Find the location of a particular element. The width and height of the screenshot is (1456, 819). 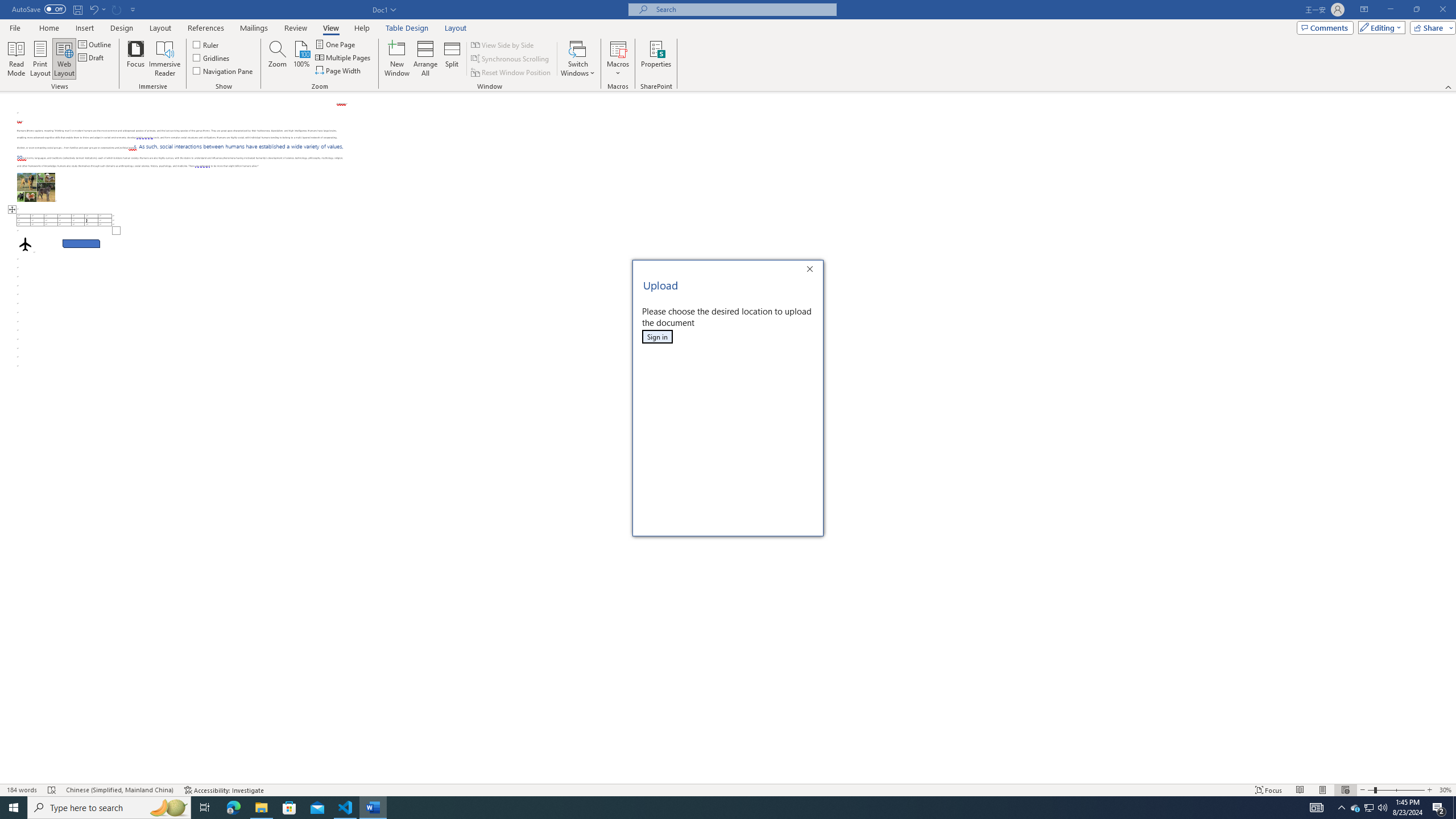

'Navigation Pane' is located at coordinates (222, 69).